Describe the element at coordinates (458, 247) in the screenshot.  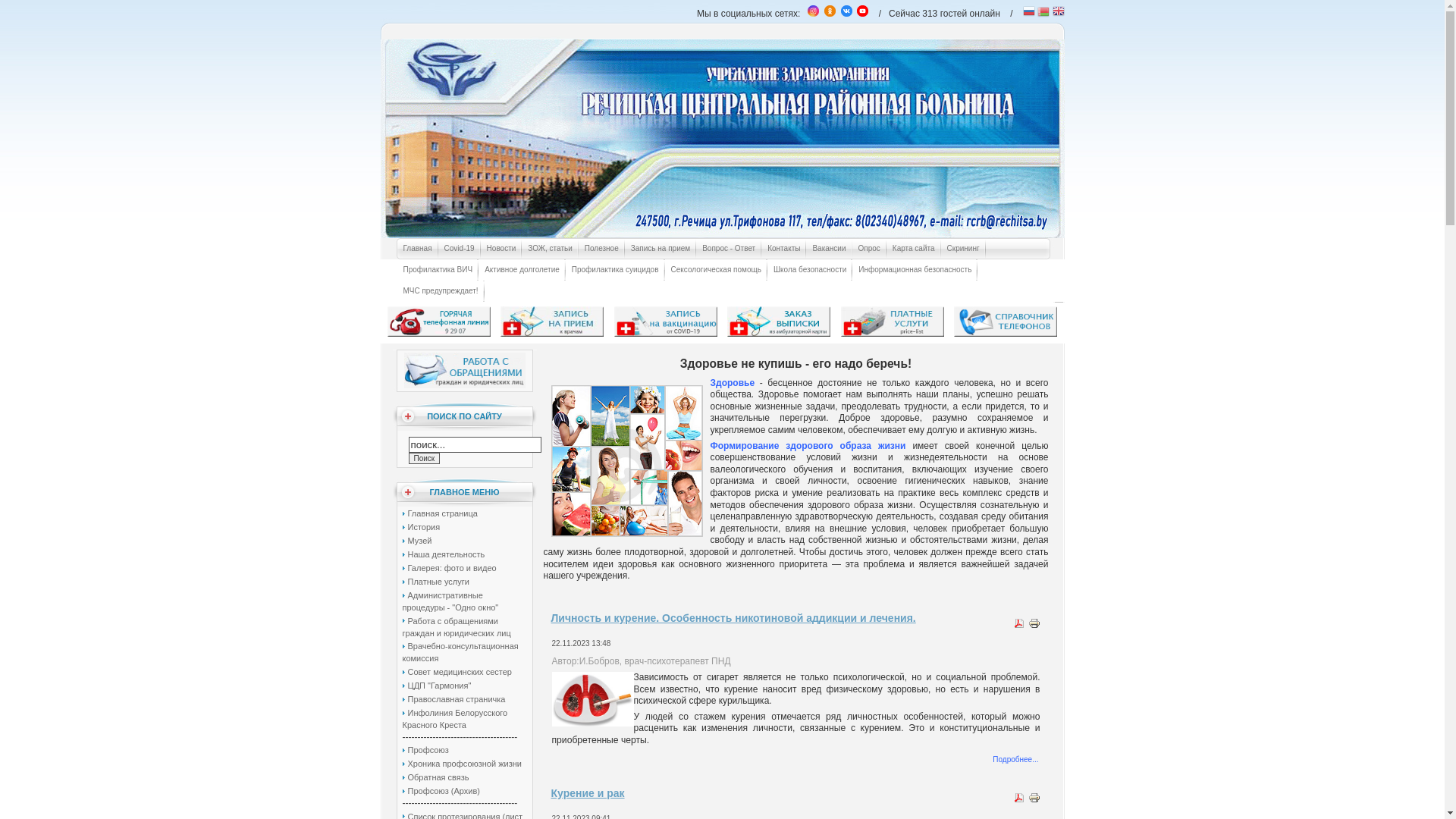
I see `'Covid-19'` at that location.